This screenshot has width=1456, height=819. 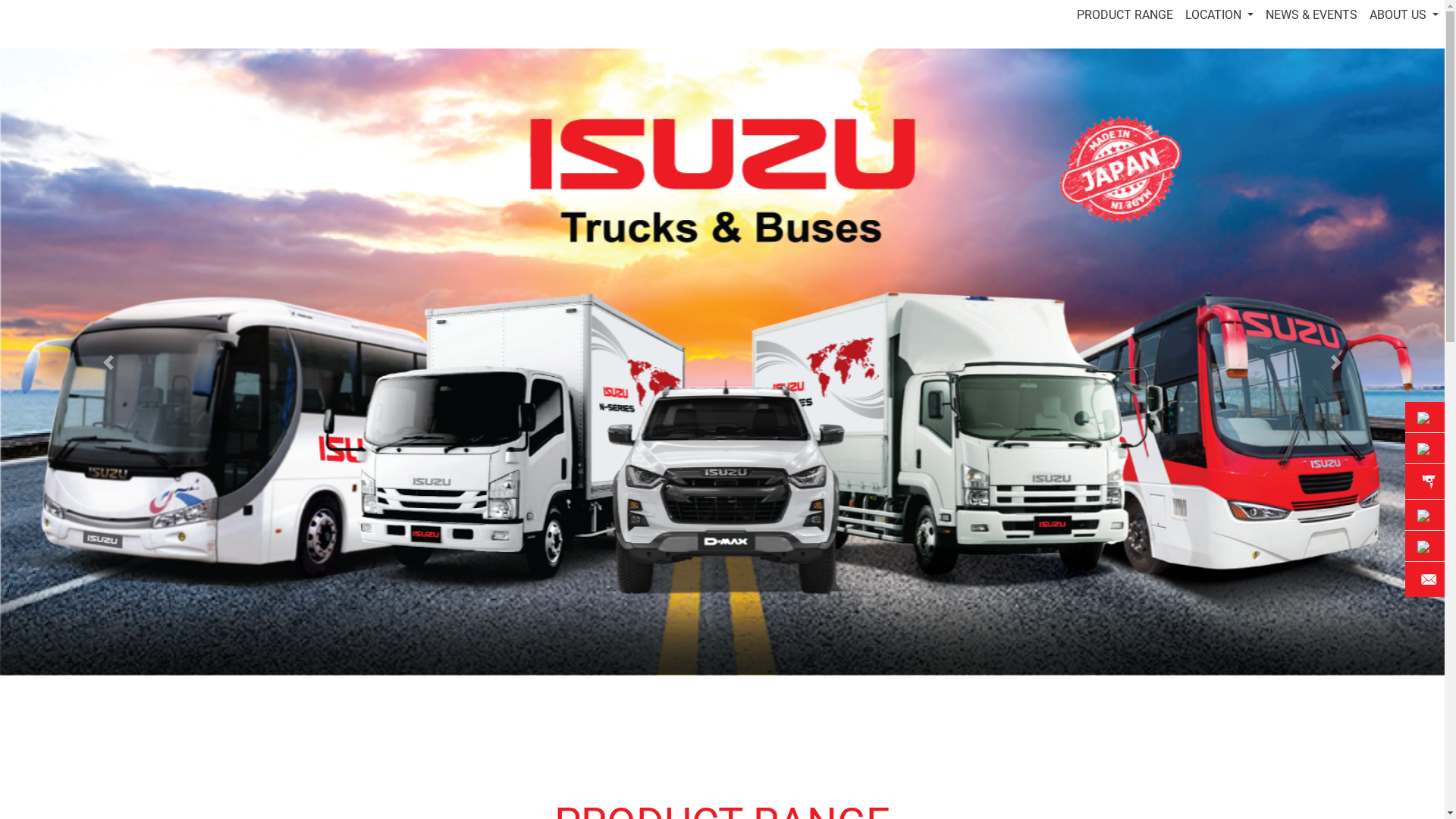 I want to click on 'Next', so click(x=1335, y=362).